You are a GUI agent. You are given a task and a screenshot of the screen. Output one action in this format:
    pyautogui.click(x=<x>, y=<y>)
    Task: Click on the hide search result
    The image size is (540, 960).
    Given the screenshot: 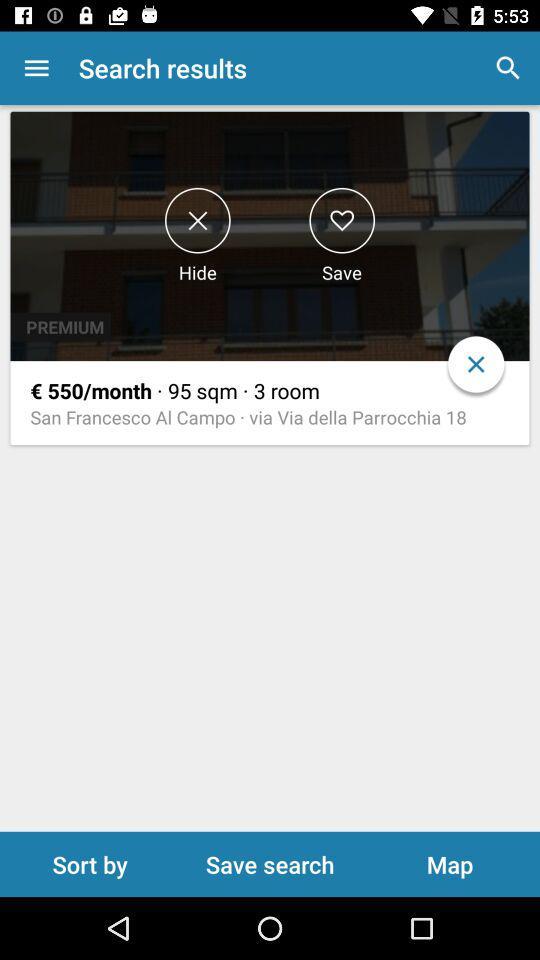 What is the action you would take?
    pyautogui.click(x=197, y=220)
    